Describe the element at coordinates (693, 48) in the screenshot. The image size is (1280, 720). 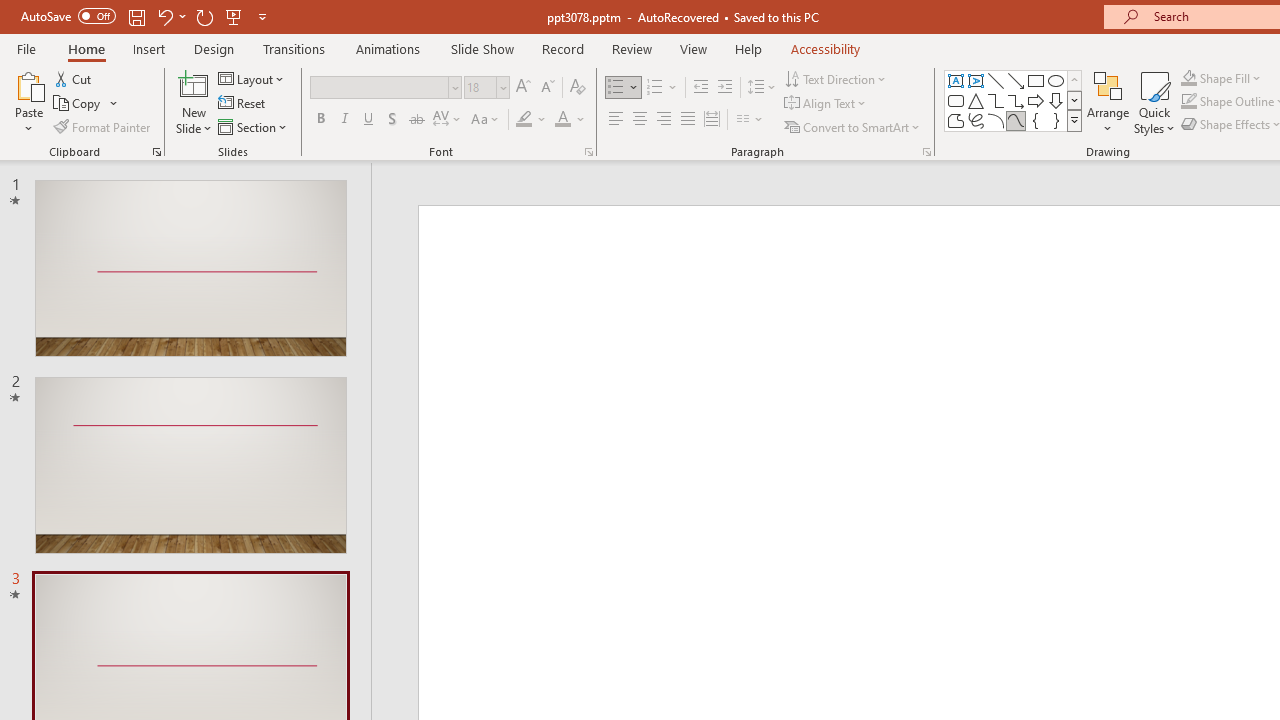
I see `'View'` at that location.